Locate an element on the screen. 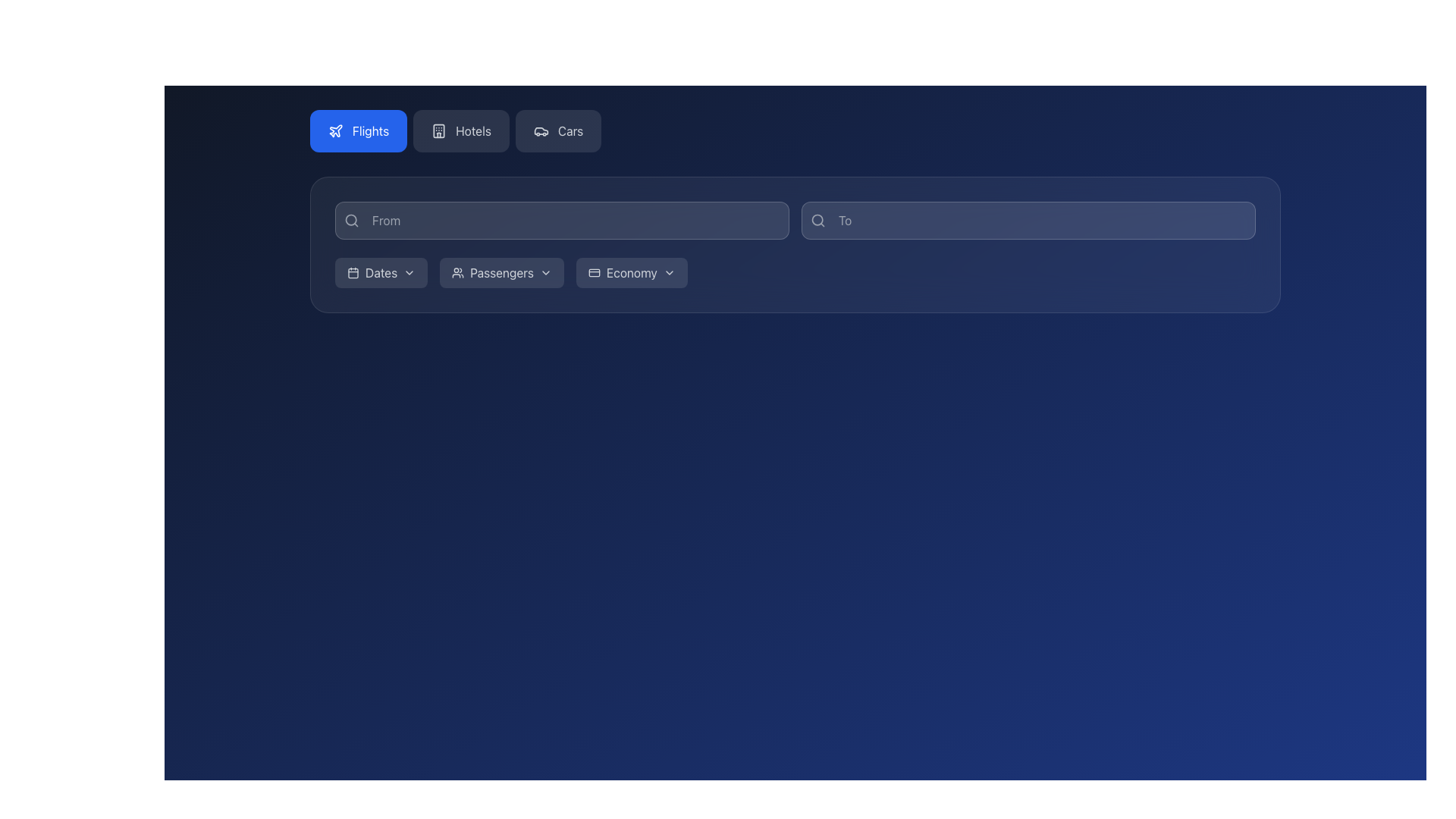 The image size is (1456, 819). the plane icon located within the 'Flights' button at the top left corner of the application is located at coordinates (335, 130).